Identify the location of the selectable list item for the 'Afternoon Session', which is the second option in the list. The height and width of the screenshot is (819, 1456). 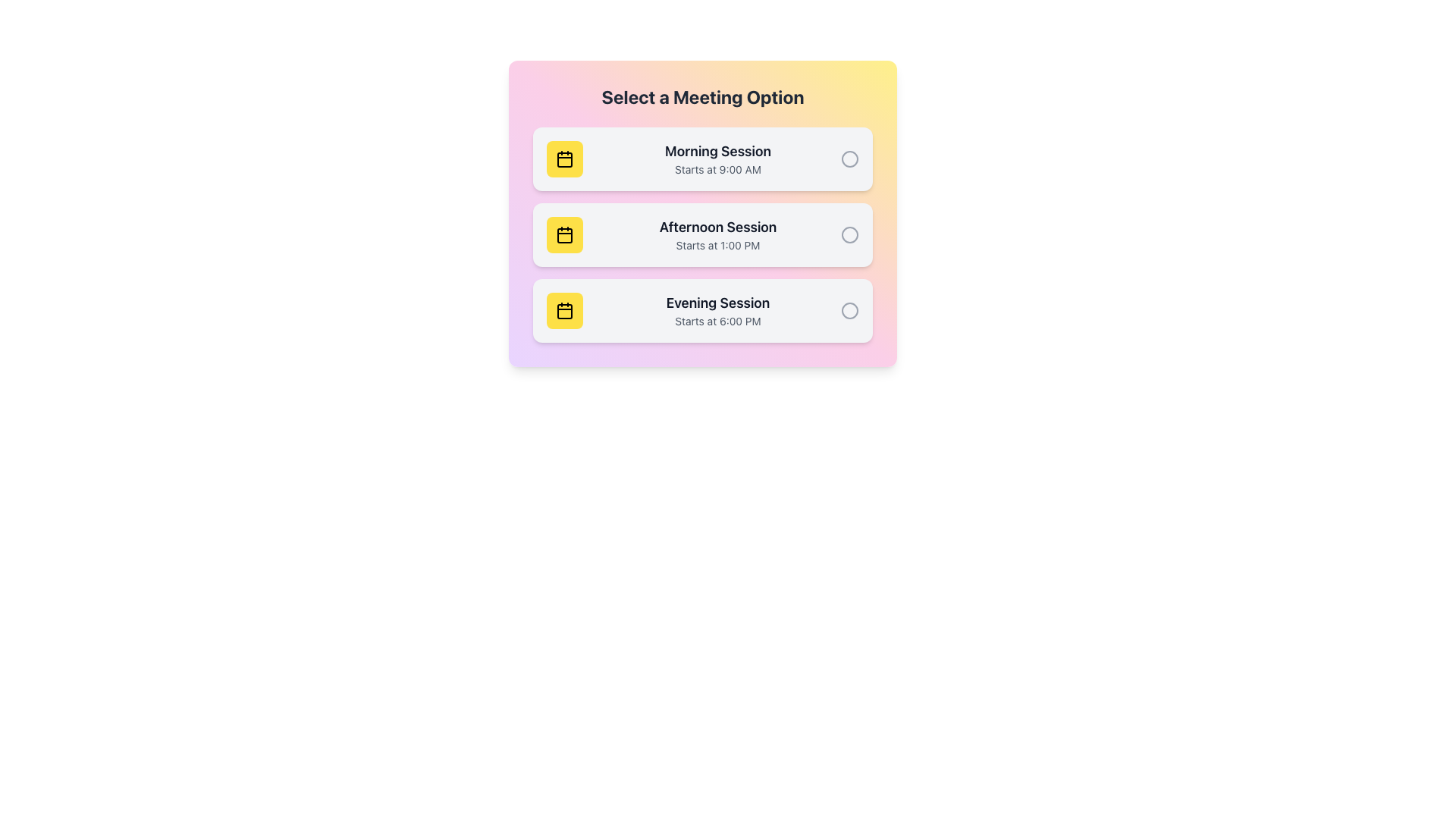
(701, 234).